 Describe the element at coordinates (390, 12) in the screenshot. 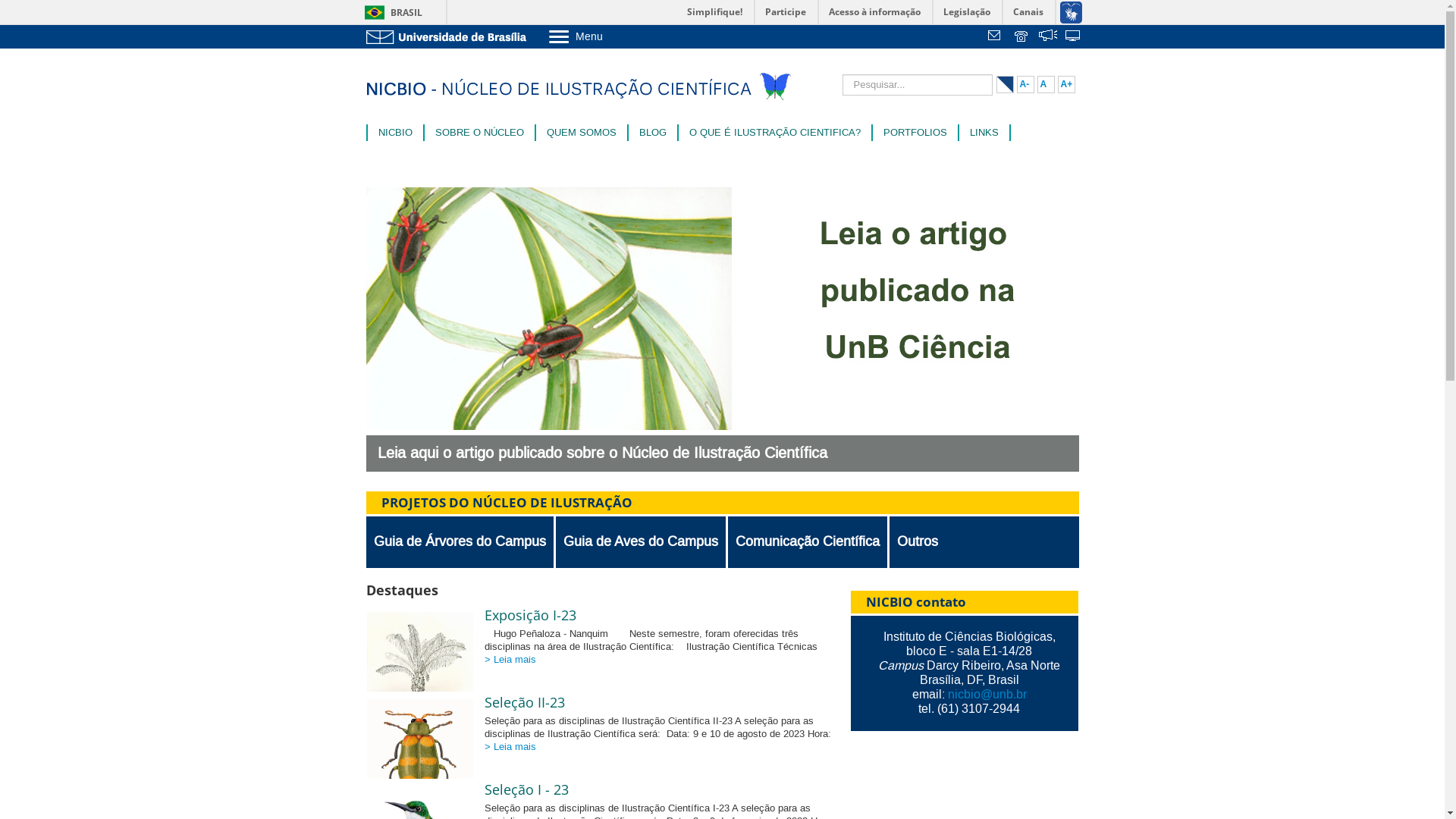

I see `'BRASIL'` at that location.